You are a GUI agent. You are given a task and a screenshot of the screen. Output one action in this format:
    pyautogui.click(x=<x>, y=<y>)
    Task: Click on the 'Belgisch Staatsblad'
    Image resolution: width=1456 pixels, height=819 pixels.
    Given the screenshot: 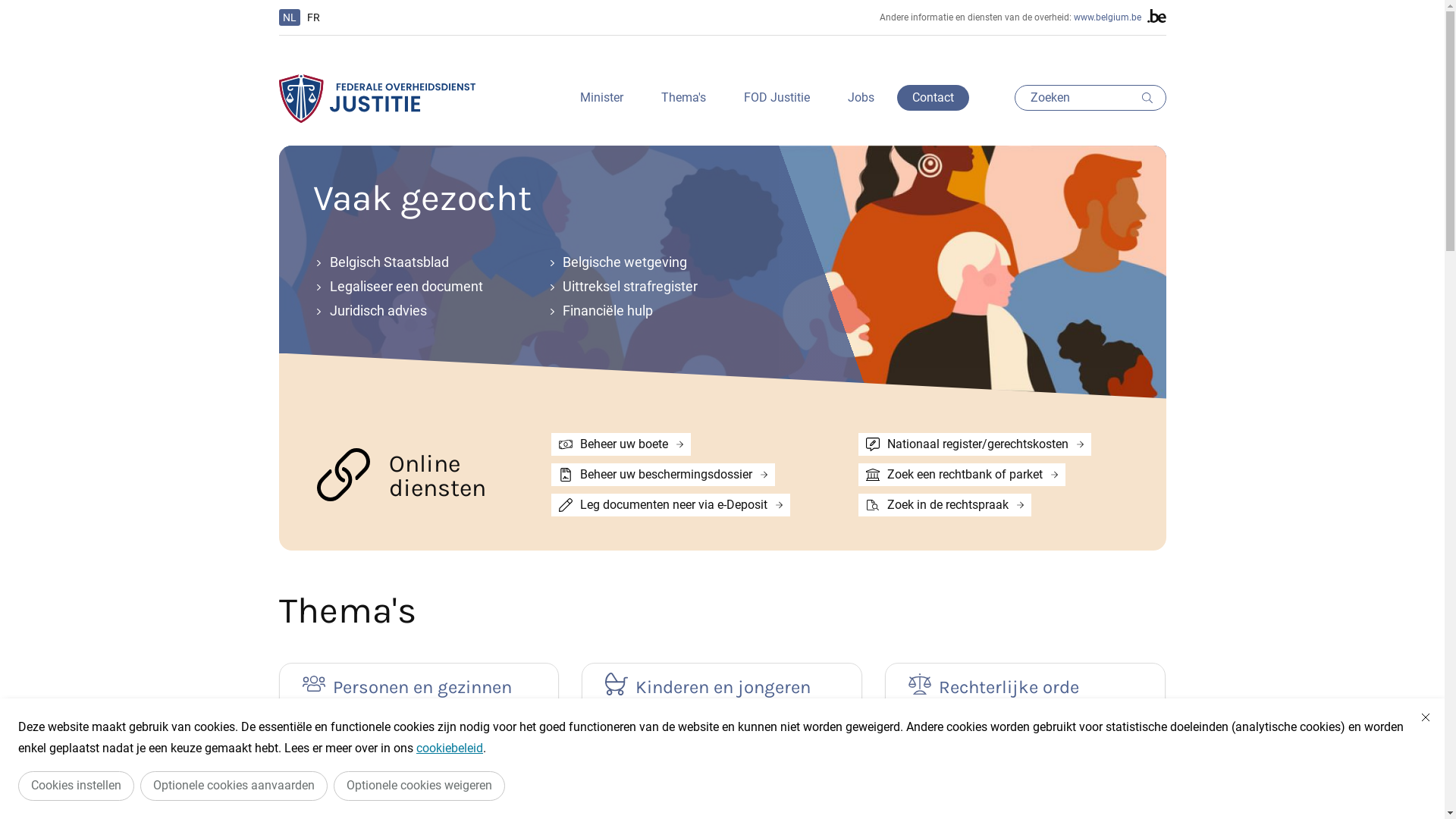 What is the action you would take?
    pyautogui.click(x=411, y=262)
    